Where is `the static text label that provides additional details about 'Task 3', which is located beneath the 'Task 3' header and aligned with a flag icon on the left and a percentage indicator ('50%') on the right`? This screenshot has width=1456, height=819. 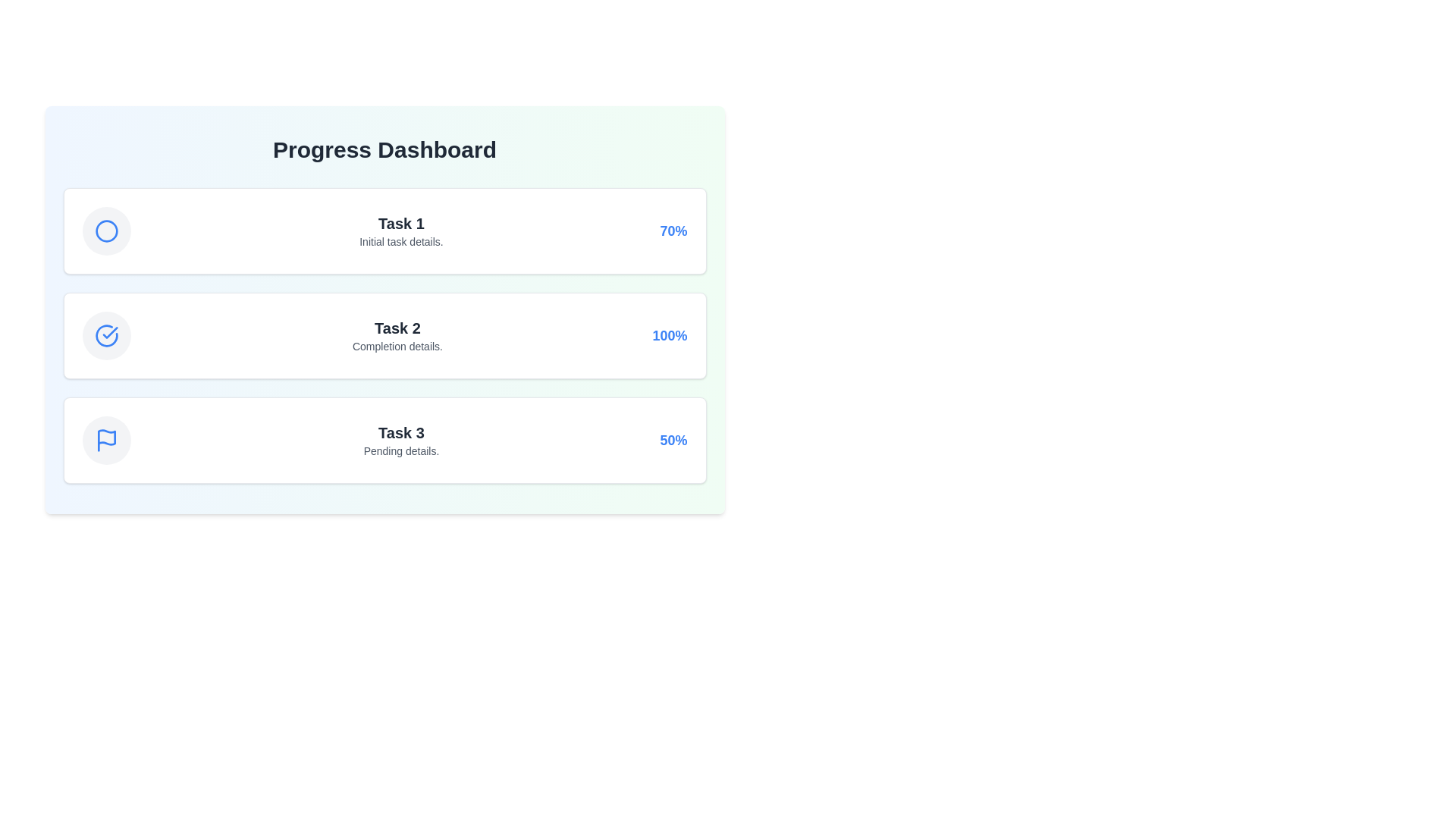 the static text label that provides additional details about 'Task 3', which is located beneath the 'Task 3' header and aligned with a flag icon on the left and a percentage indicator ('50%') on the right is located at coordinates (401, 450).